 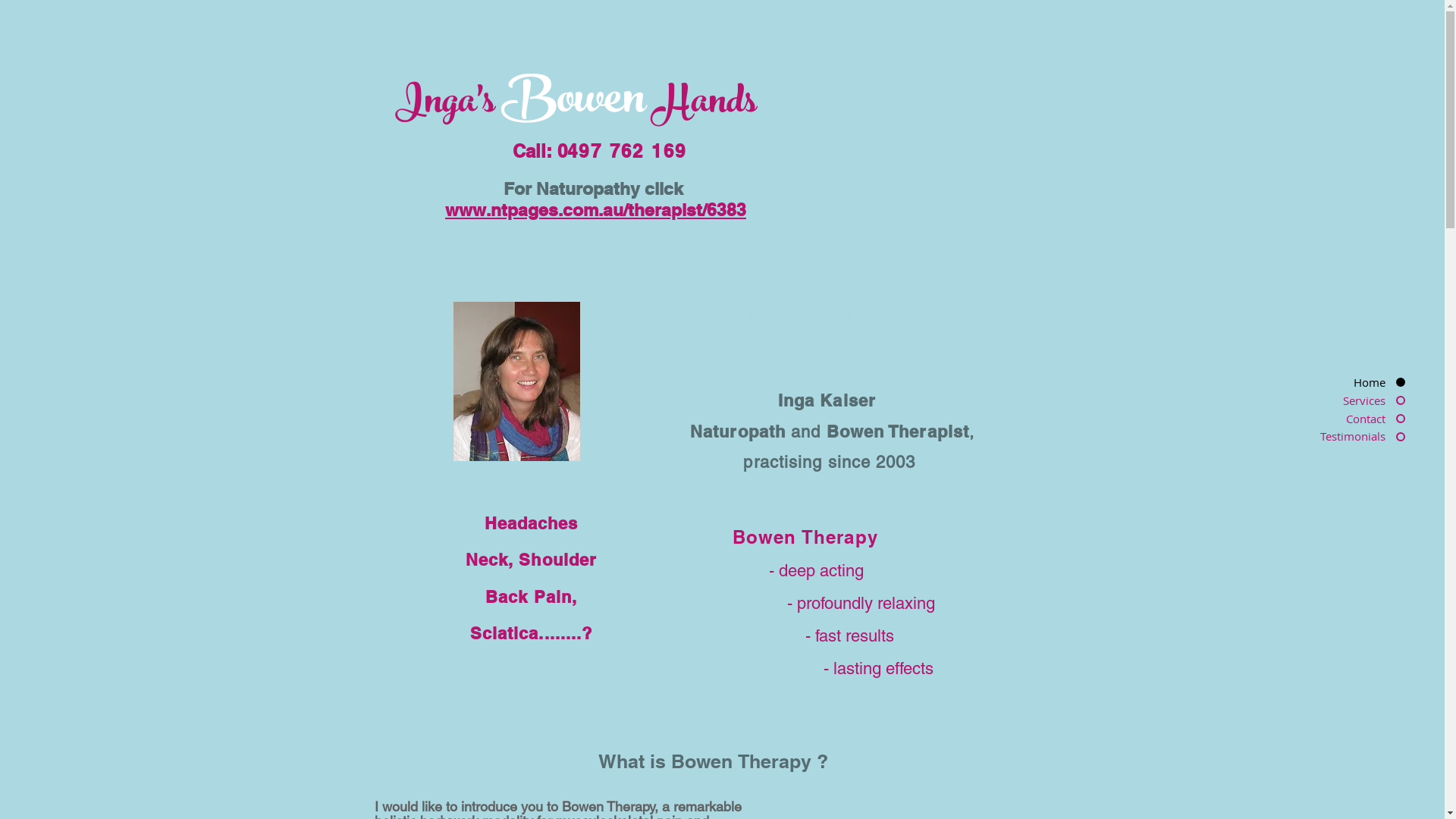 What do you see at coordinates (1343, 400) in the screenshot?
I see `'Services'` at bounding box center [1343, 400].